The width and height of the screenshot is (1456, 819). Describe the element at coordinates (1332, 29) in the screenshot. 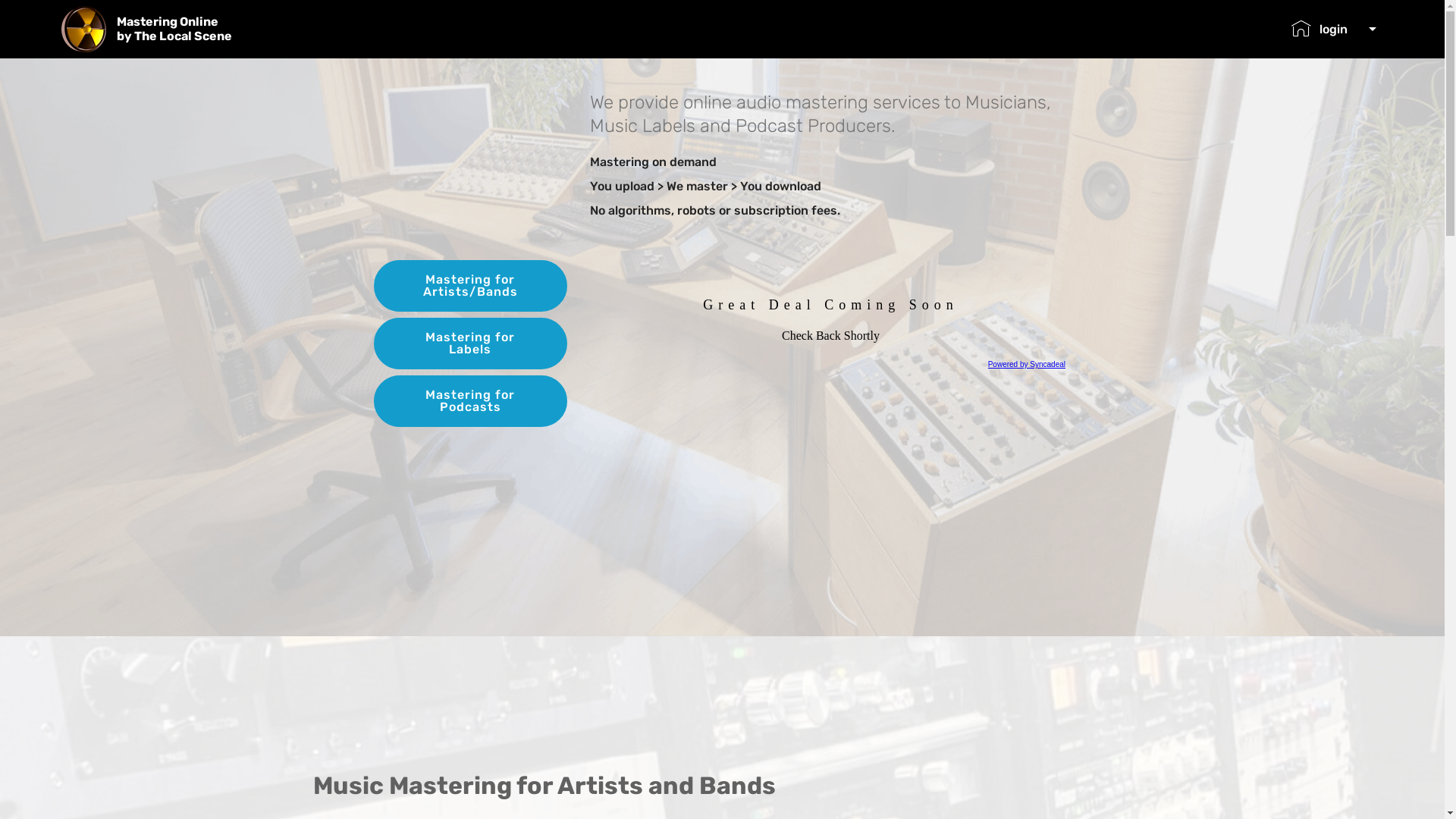

I see `'login      '` at that location.